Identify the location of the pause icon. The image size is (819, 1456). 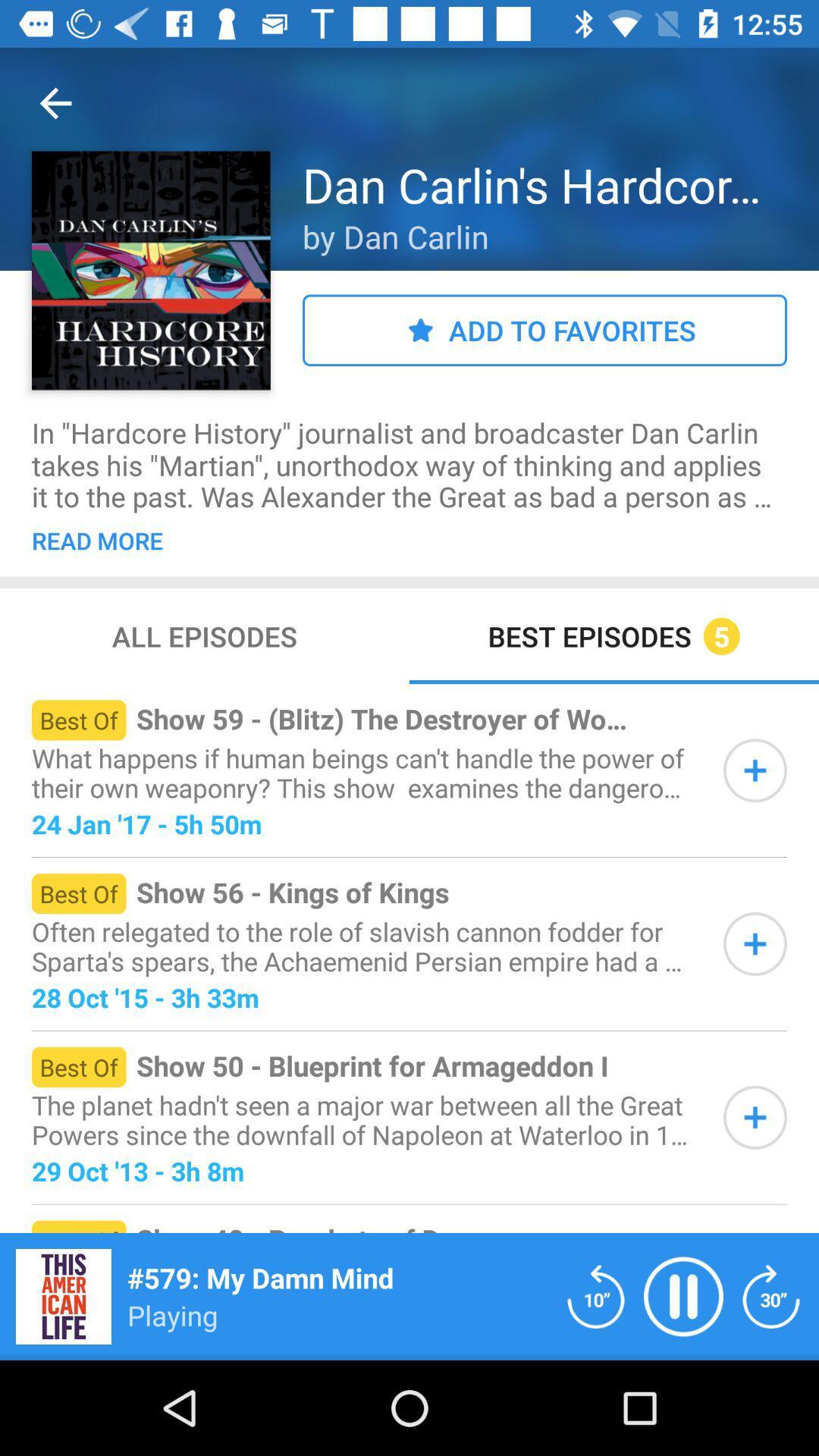
(683, 1295).